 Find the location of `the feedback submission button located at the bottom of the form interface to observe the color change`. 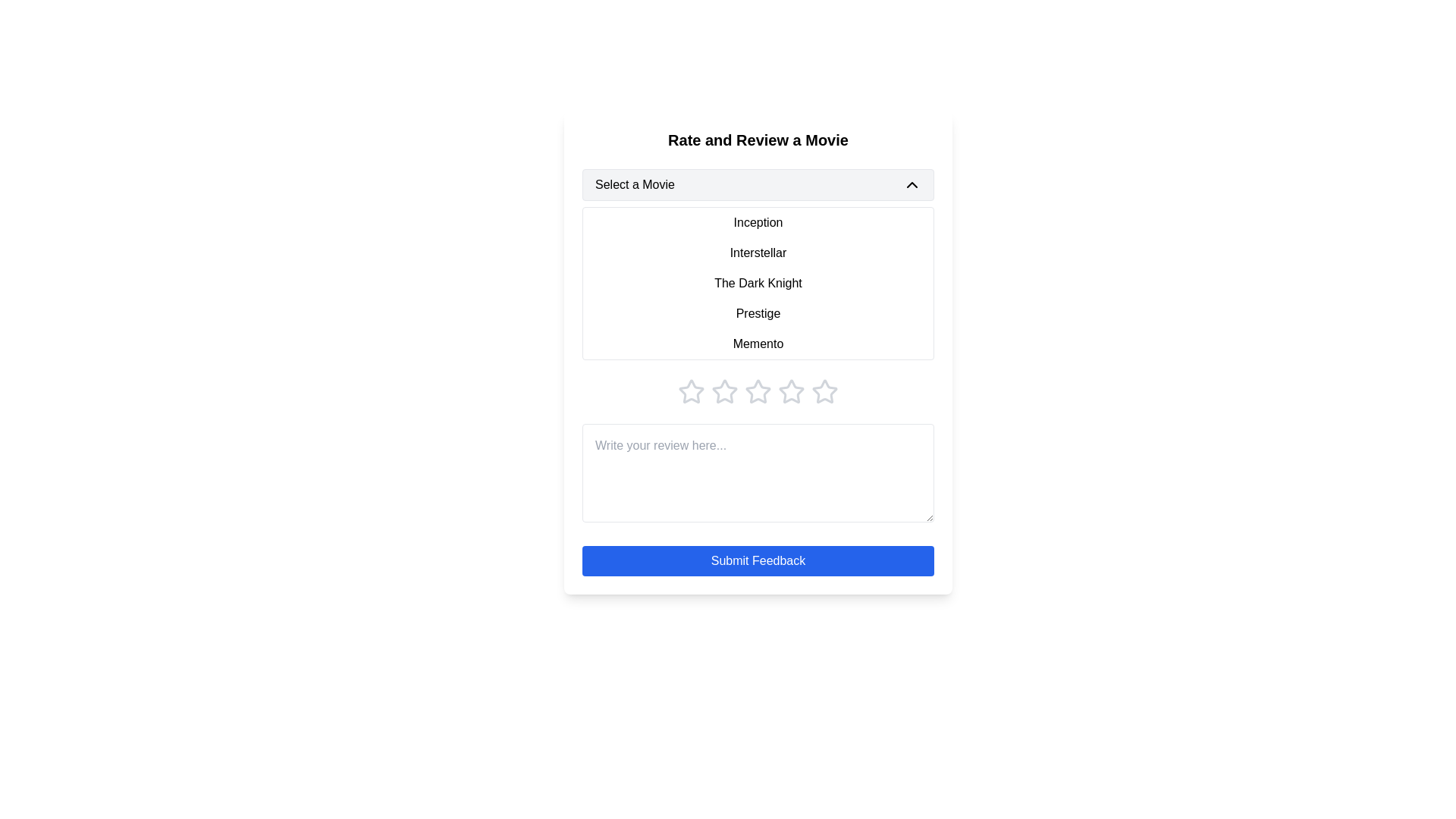

the feedback submission button located at the bottom of the form interface to observe the color change is located at coordinates (758, 561).